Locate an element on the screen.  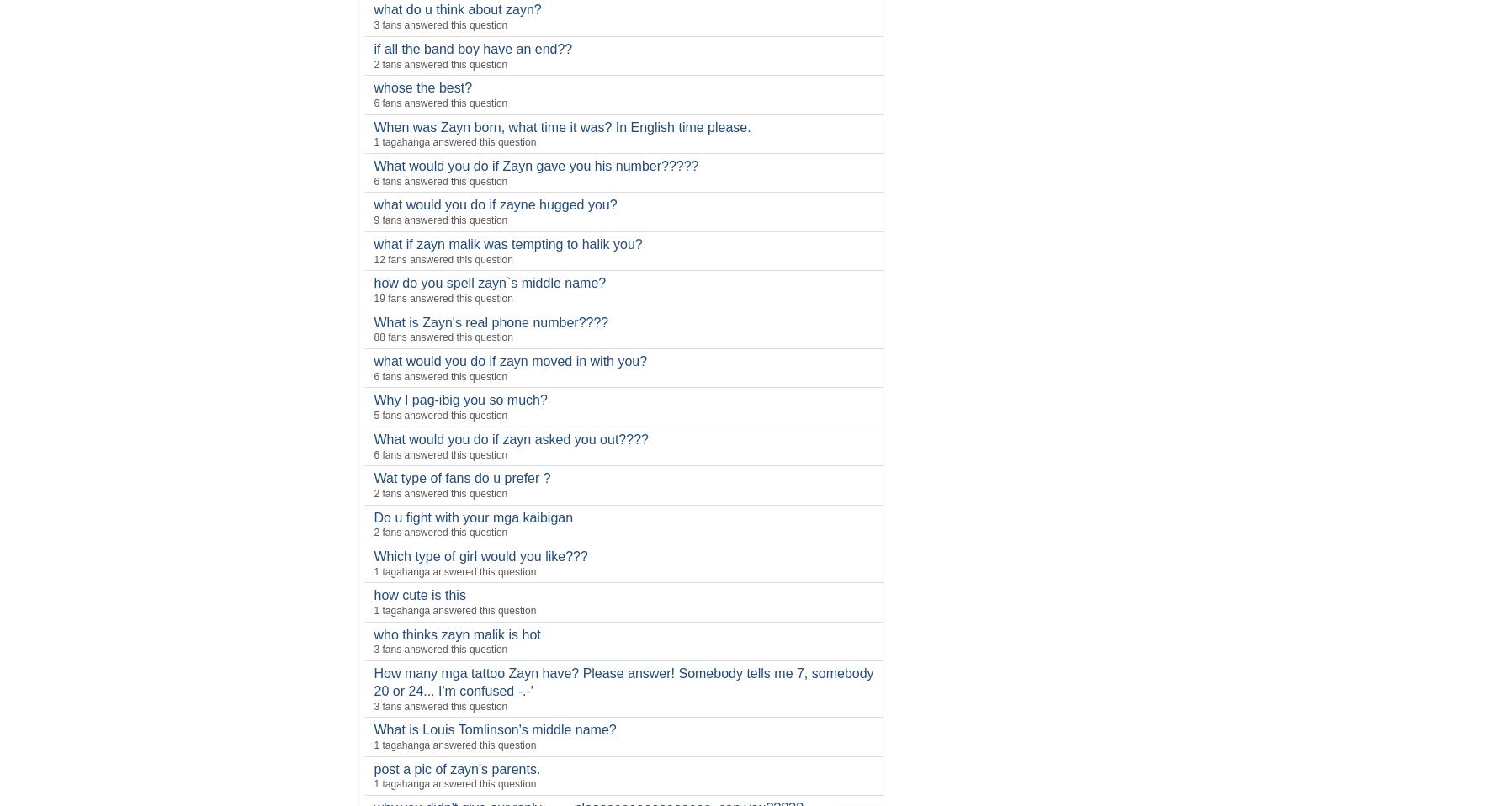
'what do u think about zayn?' is located at coordinates (457, 8).